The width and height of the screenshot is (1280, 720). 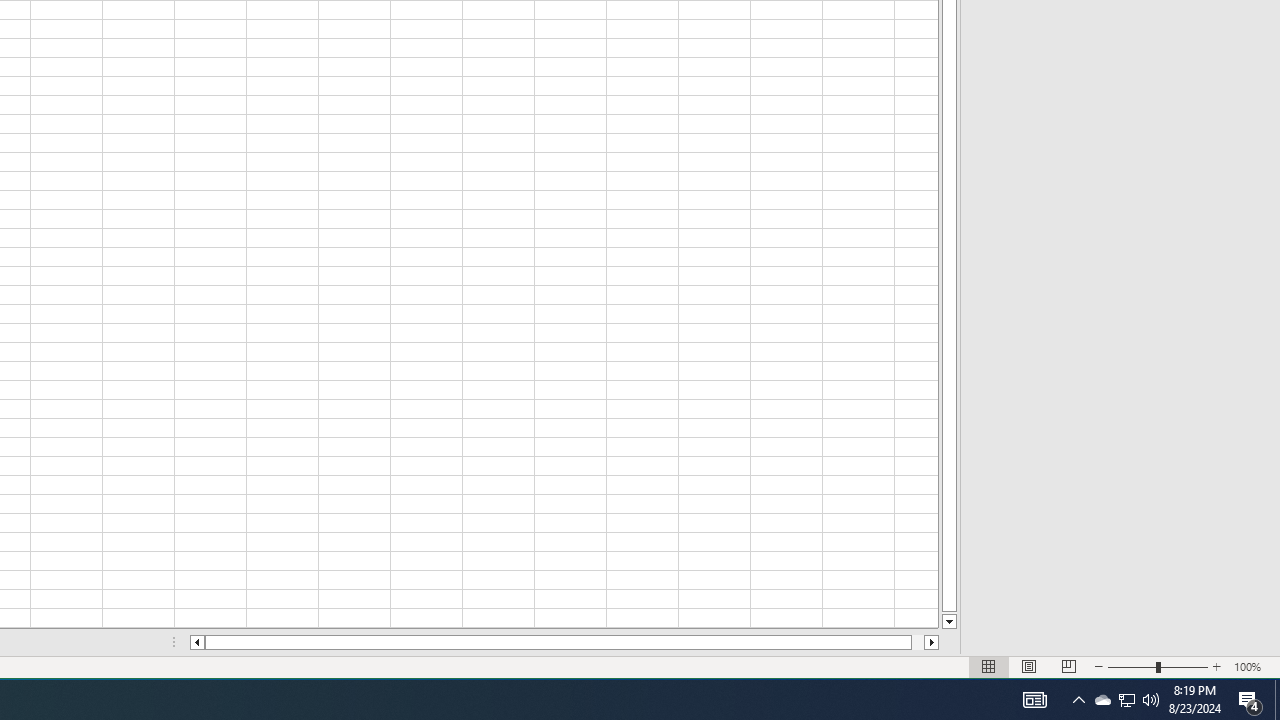 I want to click on 'Page right', so click(x=931, y=642).